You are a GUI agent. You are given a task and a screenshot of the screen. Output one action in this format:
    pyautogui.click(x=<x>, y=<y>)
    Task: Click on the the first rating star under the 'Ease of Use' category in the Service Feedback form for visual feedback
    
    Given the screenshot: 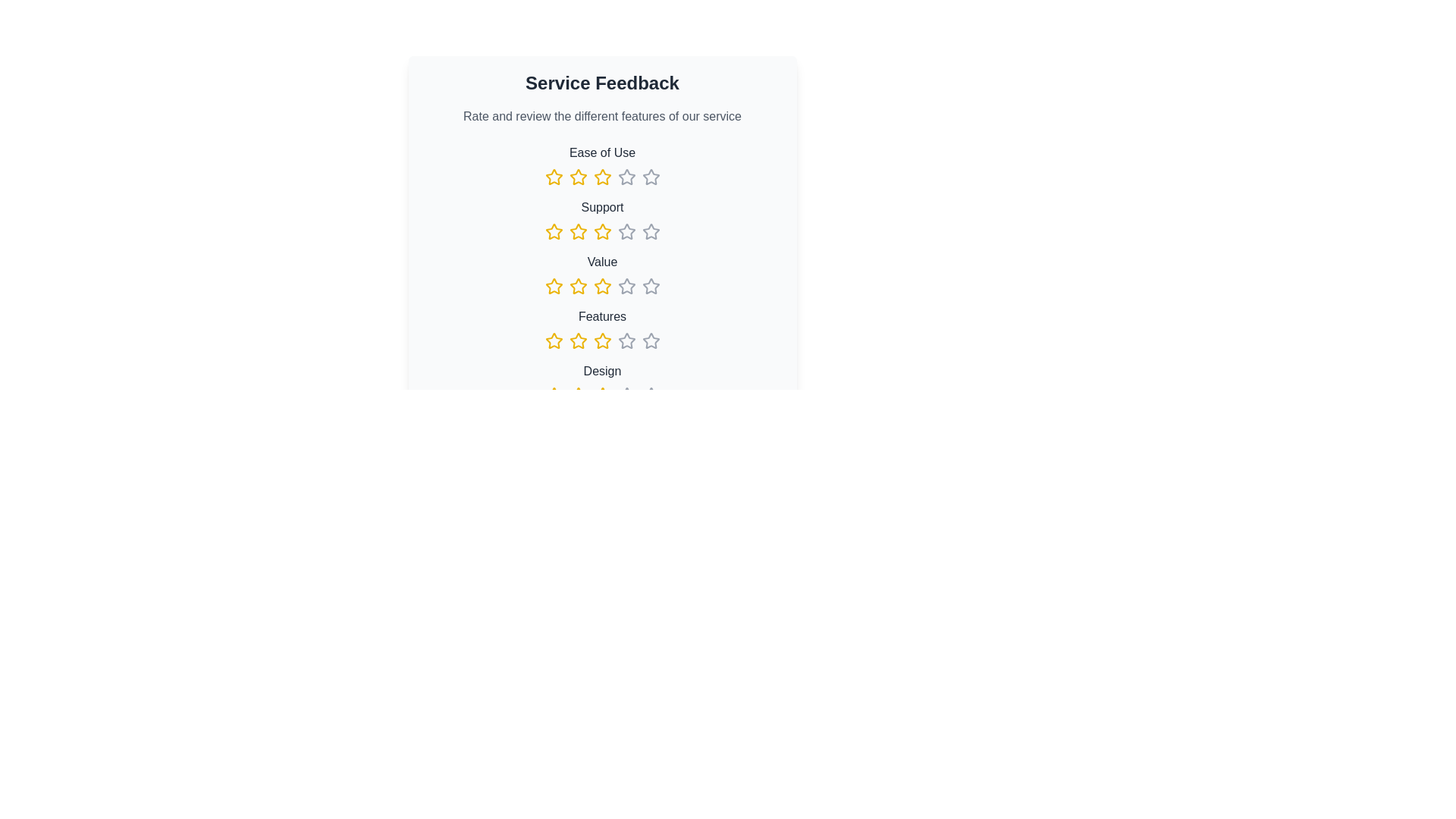 What is the action you would take?
    pyautogui.click(x=553, y=176)
    